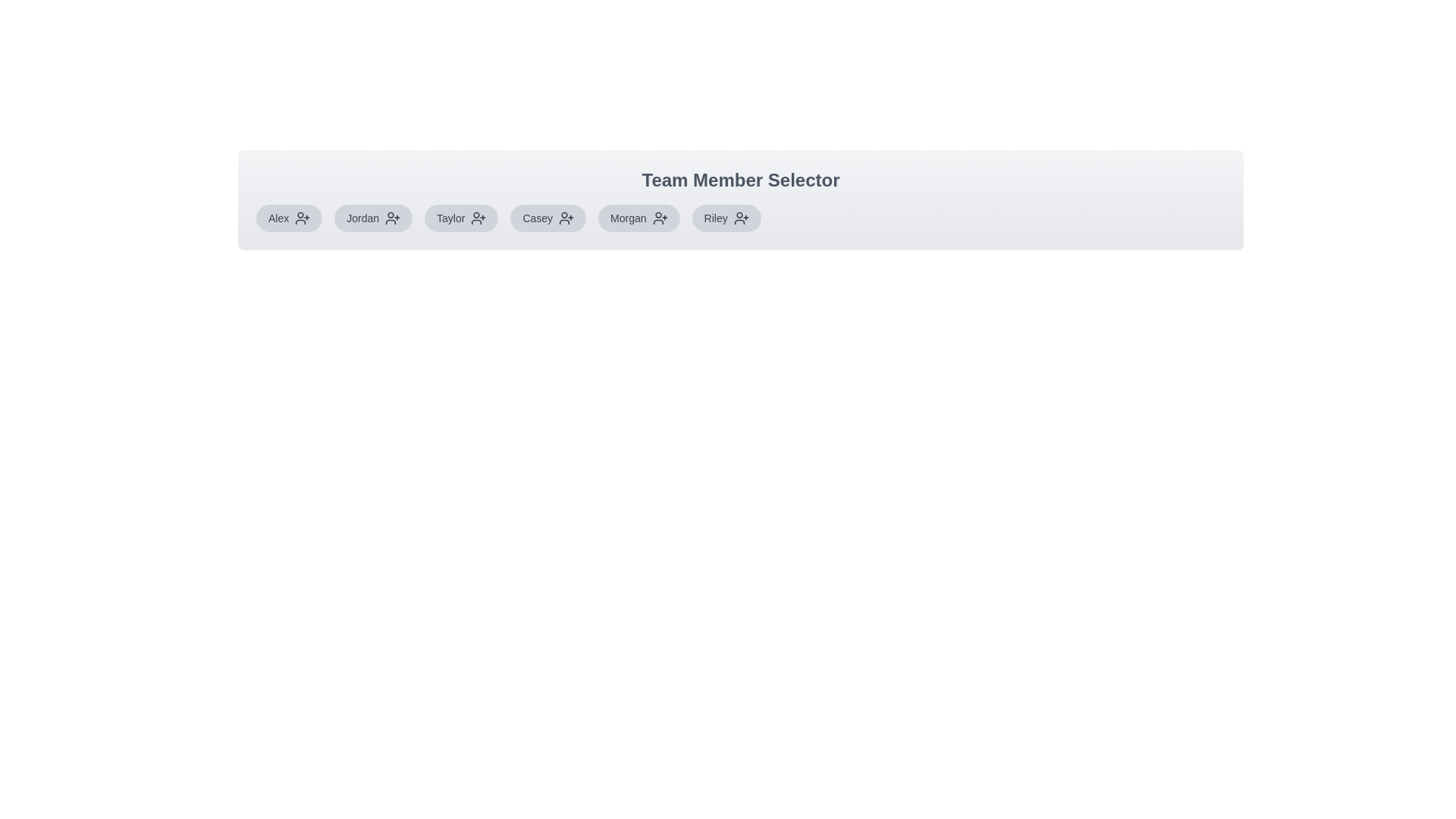 The height and width of the screenshot is (819, 1456). I want to click on the team member Riley, so click(726, 218).